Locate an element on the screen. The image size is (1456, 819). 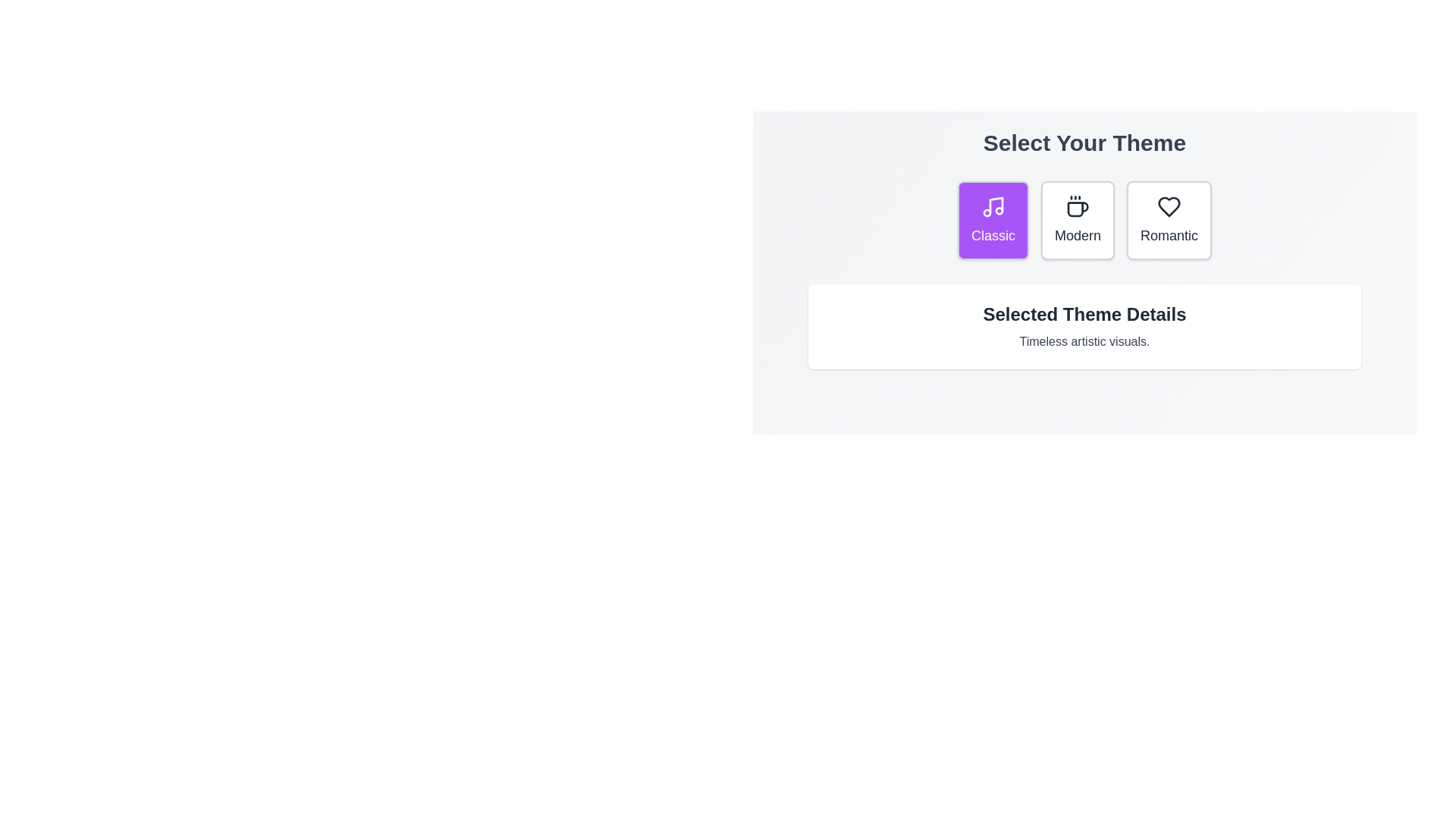
the theme button Modern to observe the transition effect is located at coordinates (1077, 220).